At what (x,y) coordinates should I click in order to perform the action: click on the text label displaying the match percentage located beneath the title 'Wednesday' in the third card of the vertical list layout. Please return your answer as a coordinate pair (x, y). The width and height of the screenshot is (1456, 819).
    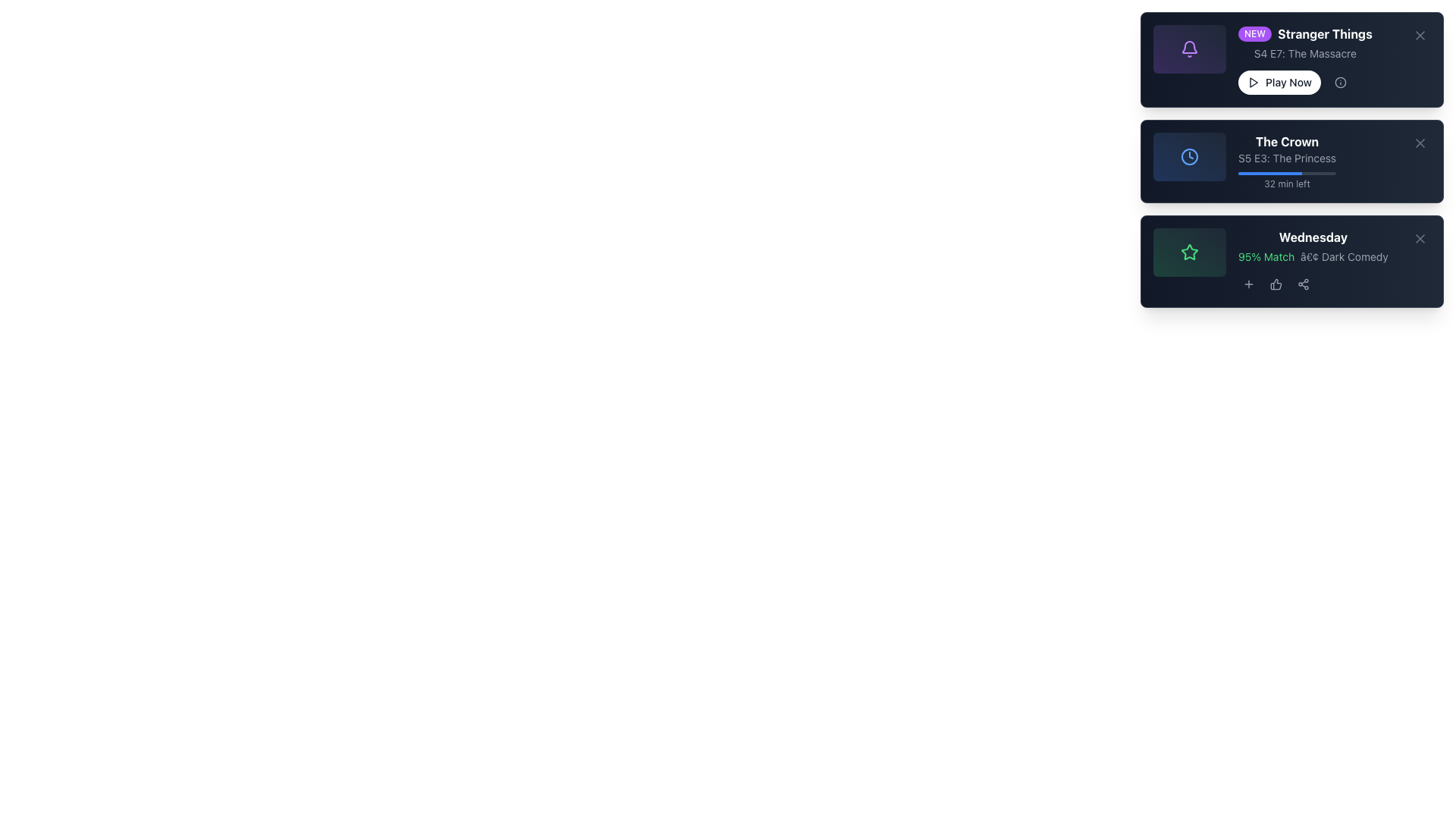
    Looking at the image, I should click on (1291, 260).